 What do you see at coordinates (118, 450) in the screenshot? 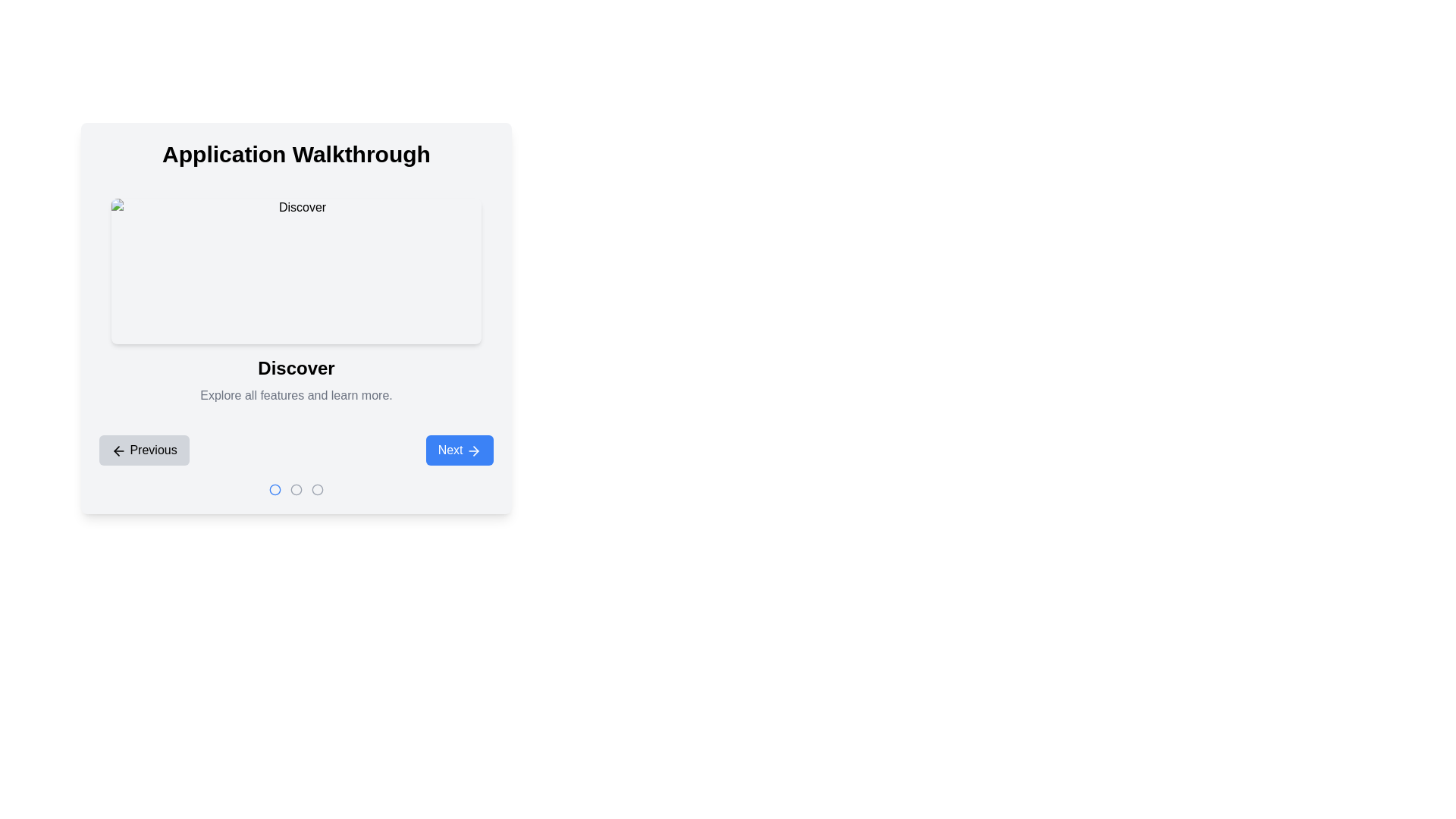
I see `the SVG-based icon representing the 'Previous' action located at the bottom-left corner of the interface` at bounding box center [118, 450].